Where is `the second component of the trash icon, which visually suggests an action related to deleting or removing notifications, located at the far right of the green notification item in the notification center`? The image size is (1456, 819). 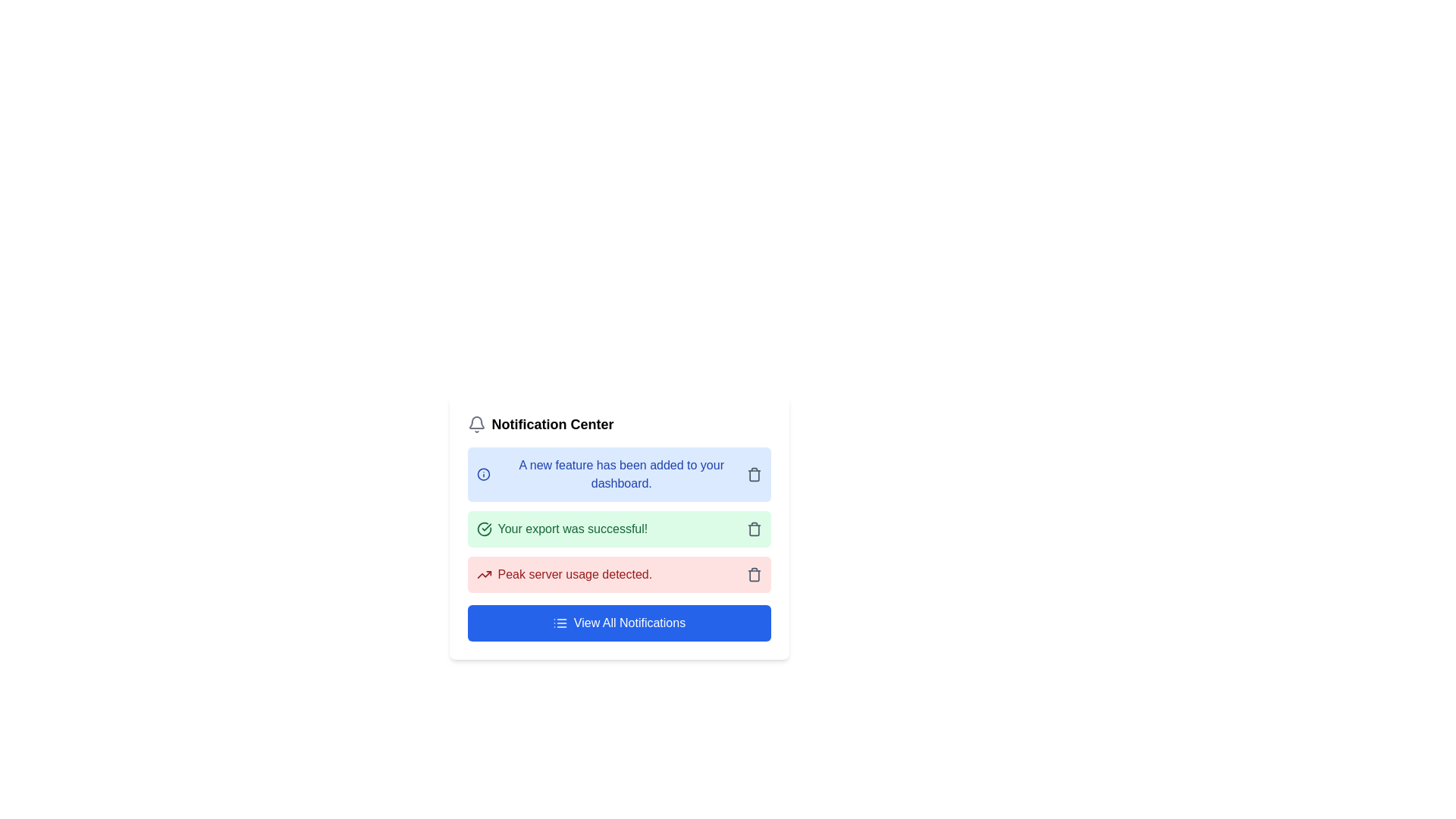 the second component of the trash icon, which visually suggests an action related to deleting or removing notifications, located at the far right of the green notification item in the notification center is located at coordinates (754, 529).